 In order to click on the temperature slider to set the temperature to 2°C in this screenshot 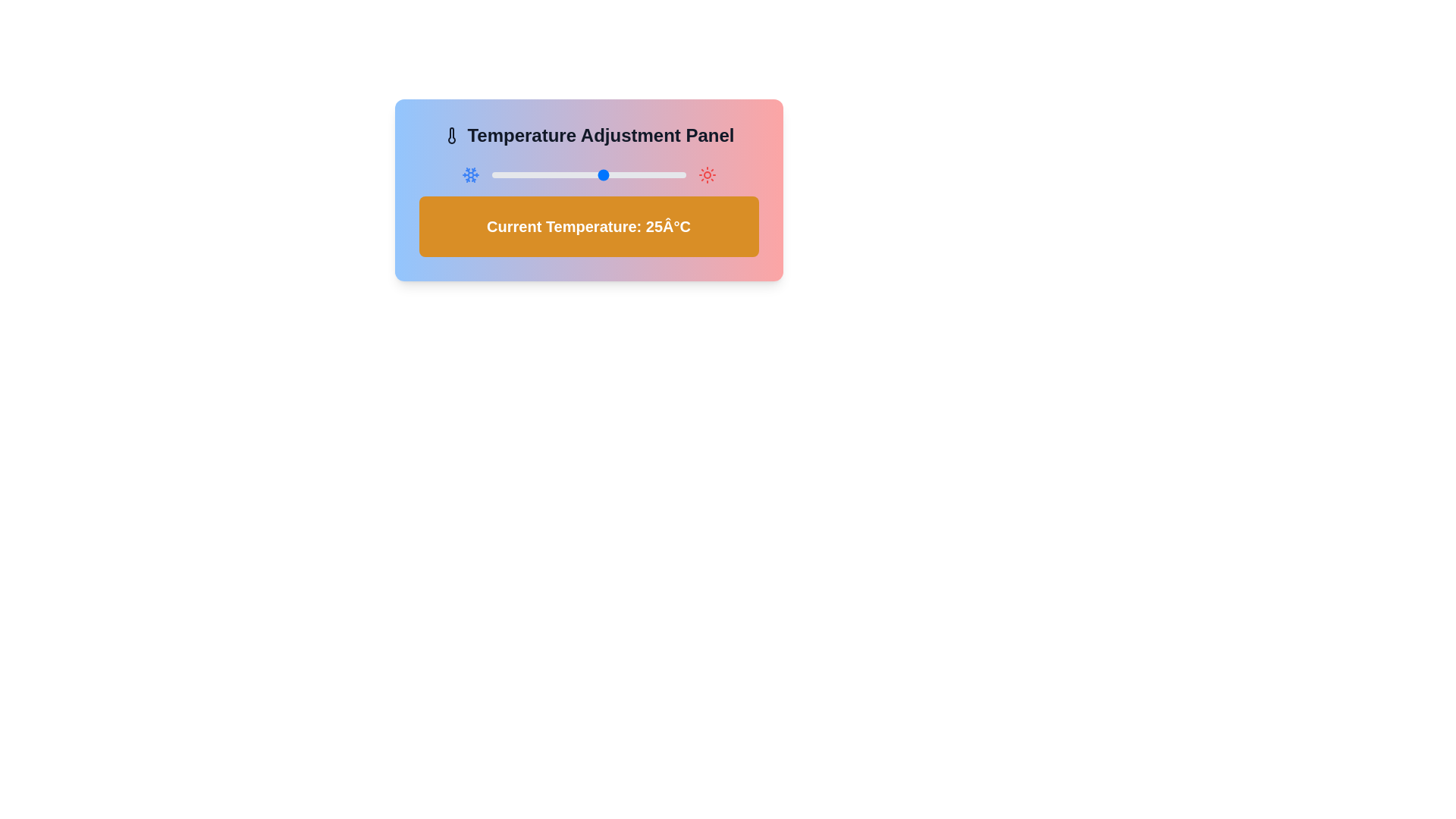, I will do `click(530, 174)`.